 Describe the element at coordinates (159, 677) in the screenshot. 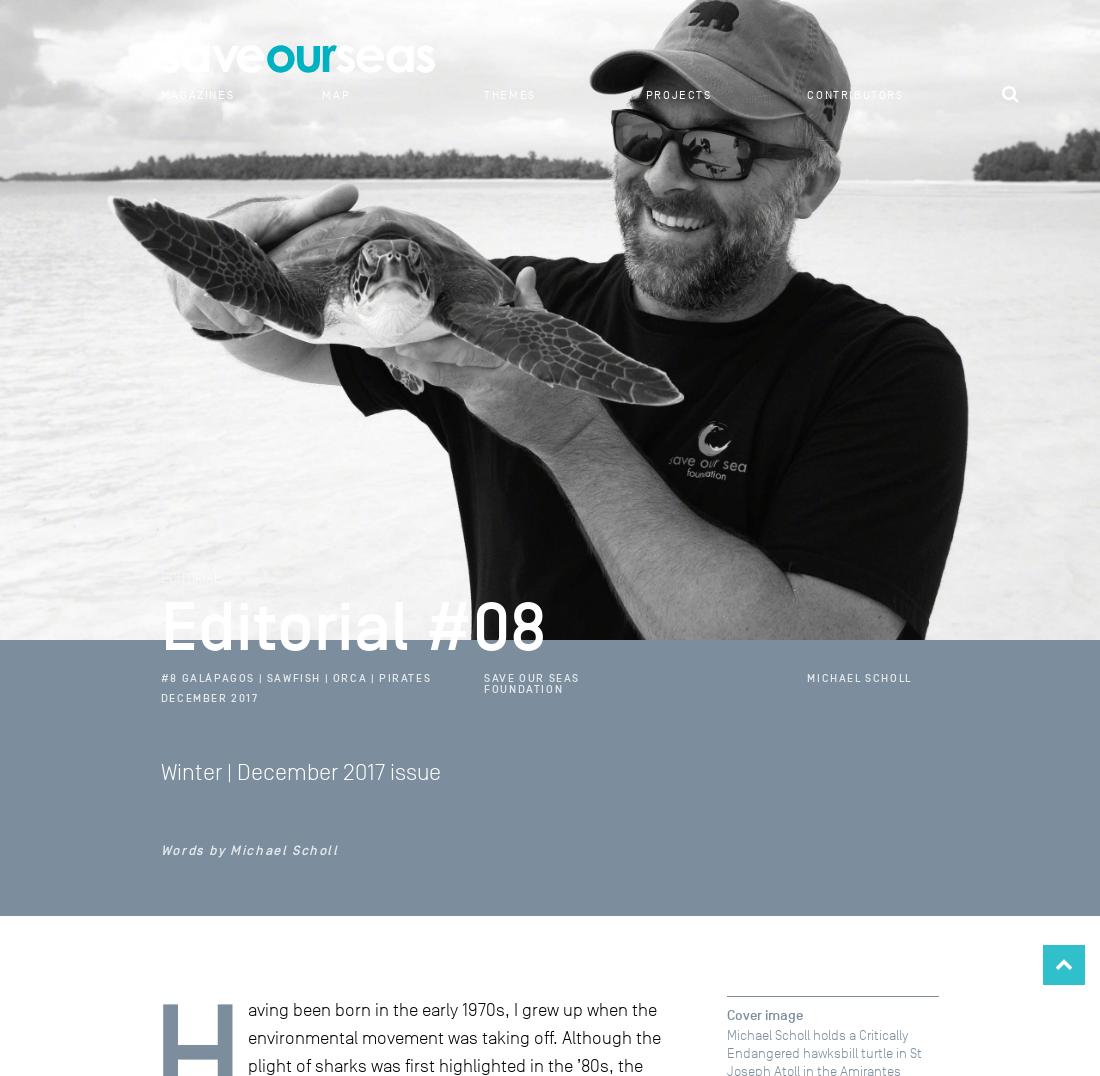

I see `'#8 Galápagos | Sawfish | Orca | Pirates'` at that location.